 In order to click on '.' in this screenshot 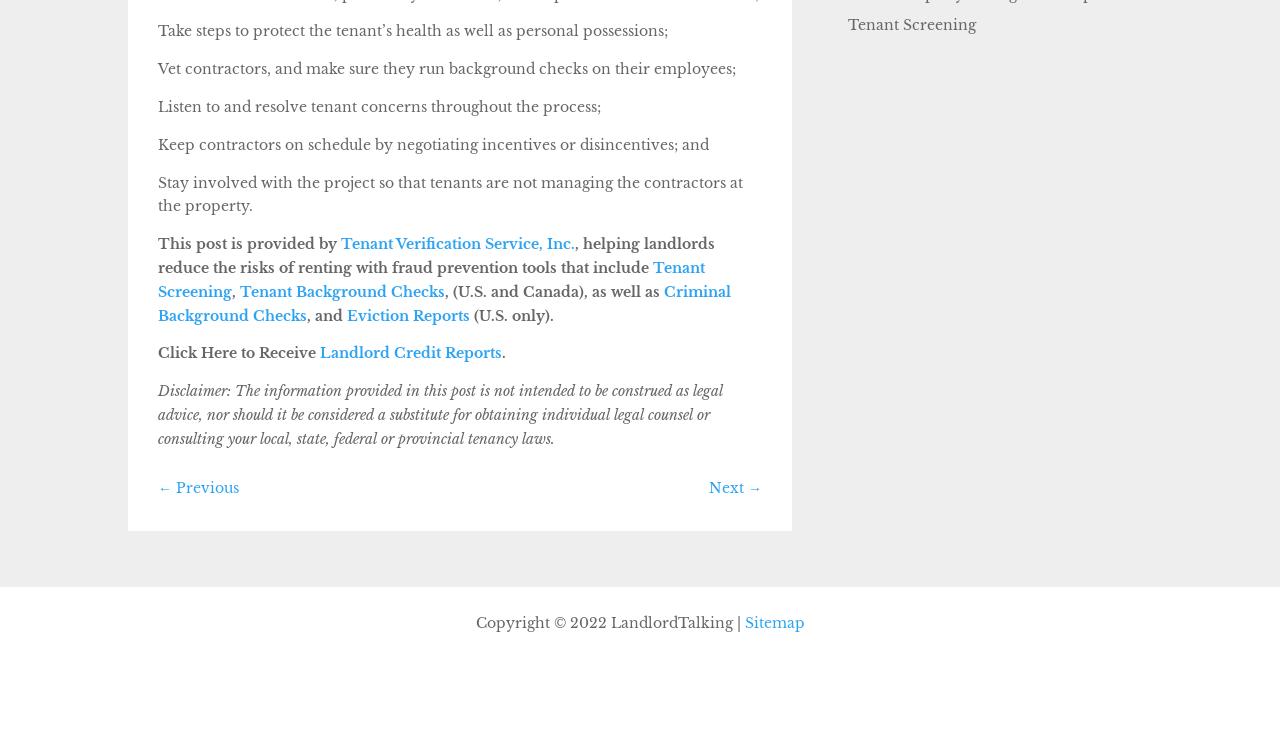, I will do `click(502, 353)`.